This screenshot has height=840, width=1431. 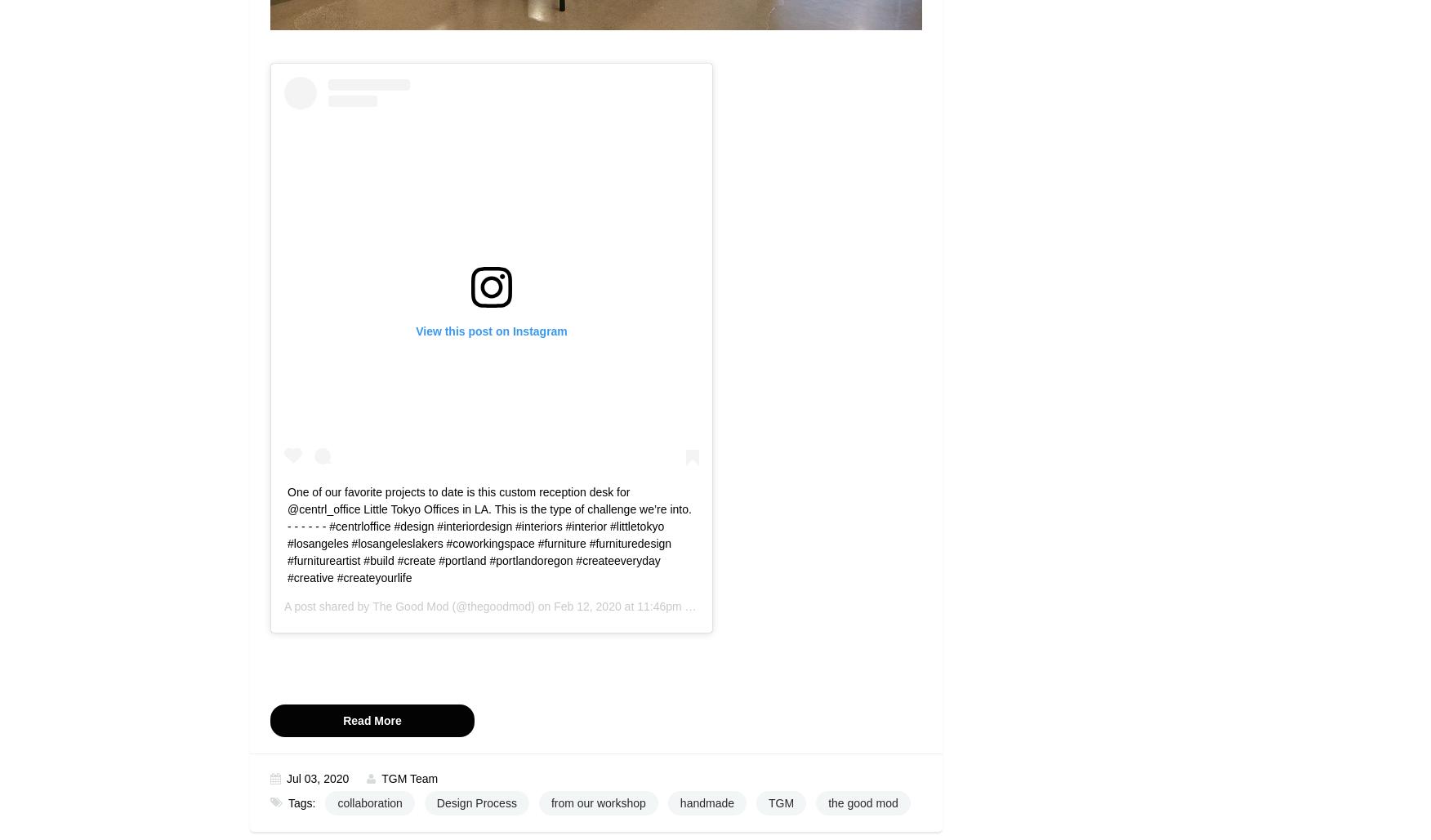 I want to click on 'Tags:', so click(x=288, y=802).